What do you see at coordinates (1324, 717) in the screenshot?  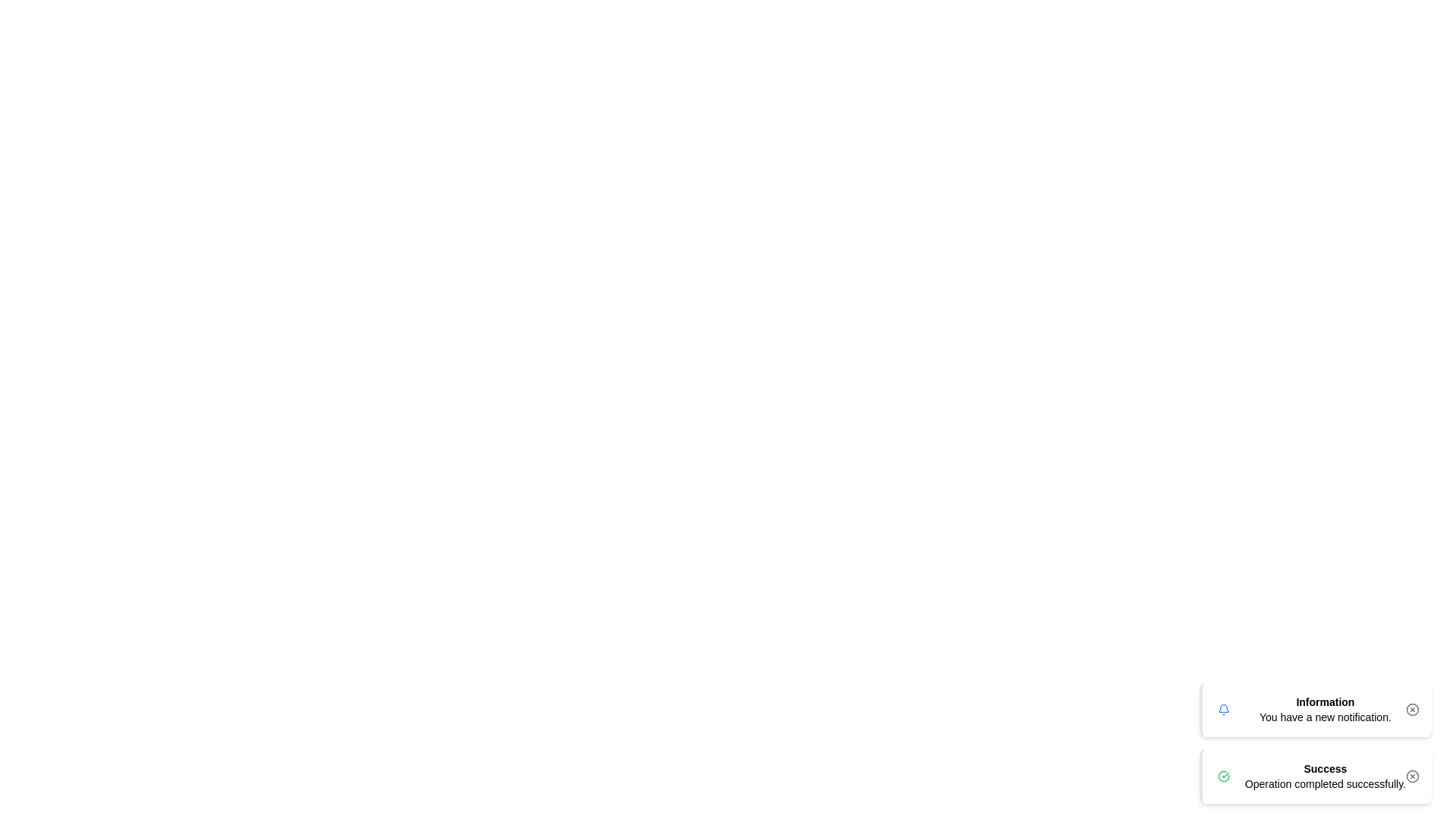 I see `the text label that displays 'You have a new notification.' which is positioned below the bolded word 'Information'` at bounding box center [1324, 717].